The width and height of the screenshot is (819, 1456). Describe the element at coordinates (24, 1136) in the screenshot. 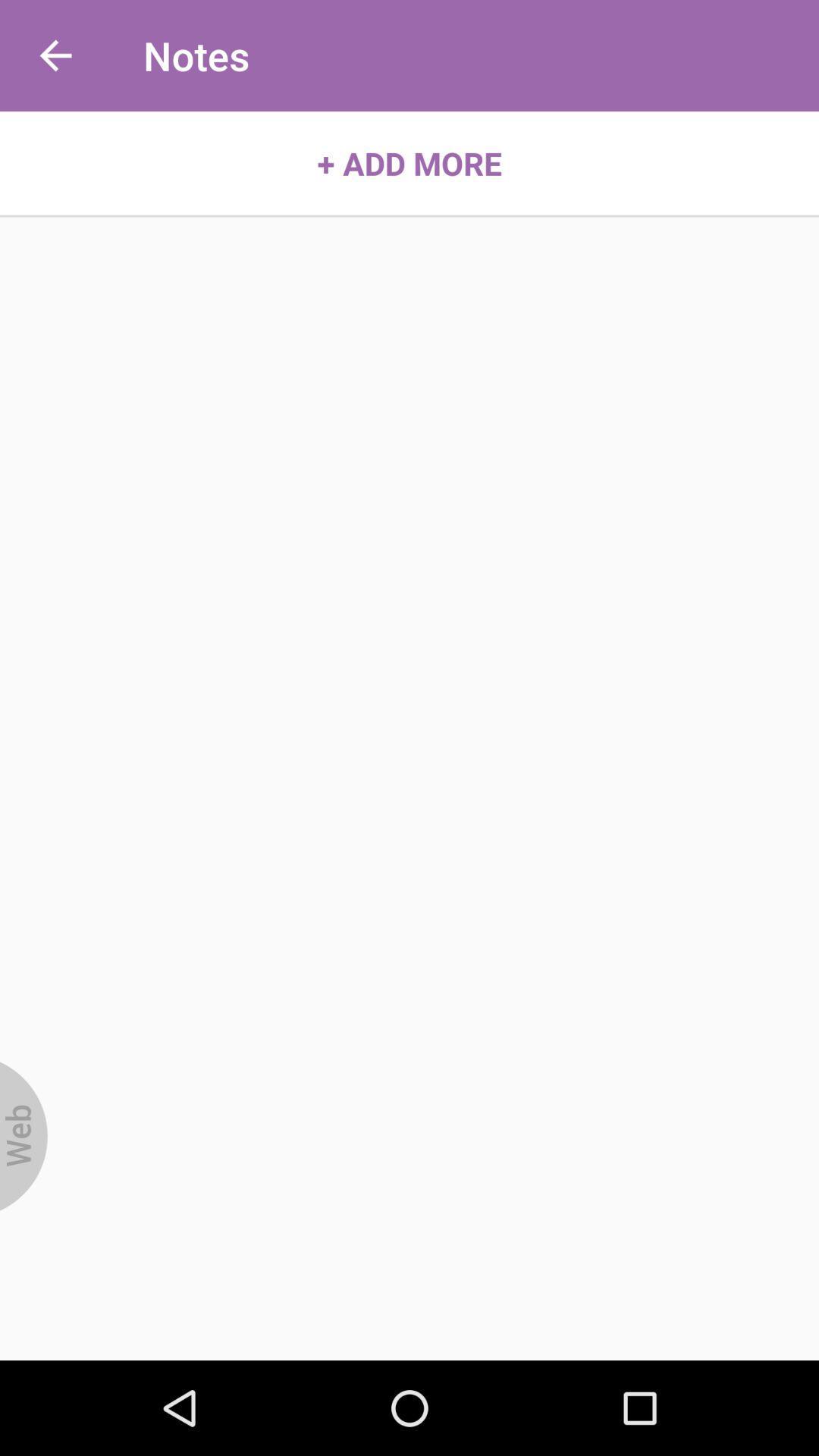

I see `item below + add more item` at that location.